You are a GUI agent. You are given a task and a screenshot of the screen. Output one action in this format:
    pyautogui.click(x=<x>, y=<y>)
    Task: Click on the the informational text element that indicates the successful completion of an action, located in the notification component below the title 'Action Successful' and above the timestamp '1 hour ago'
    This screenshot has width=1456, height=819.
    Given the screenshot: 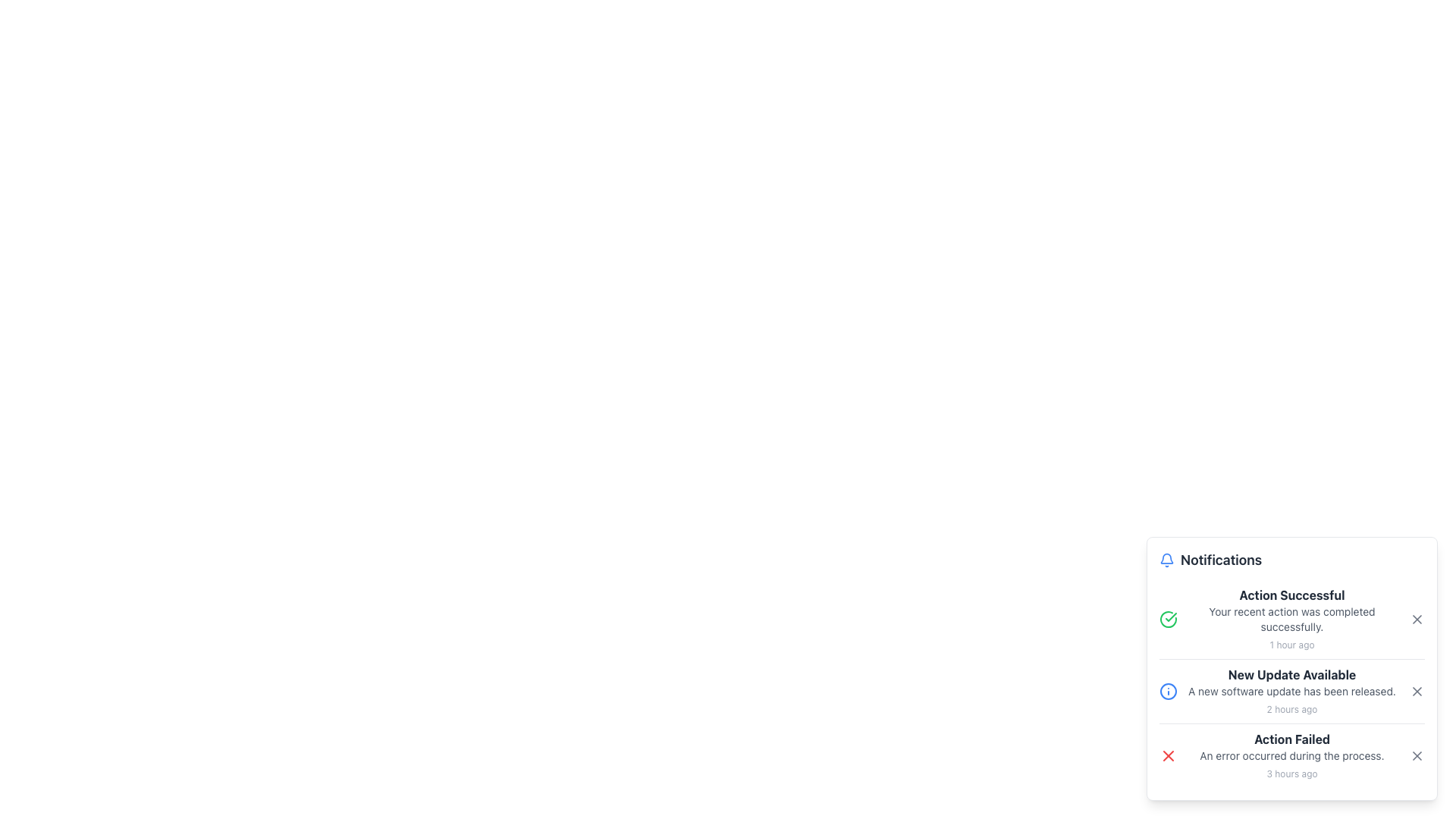 What is the action you would take?
    pyautogui.click(x=1291, y=620)
    